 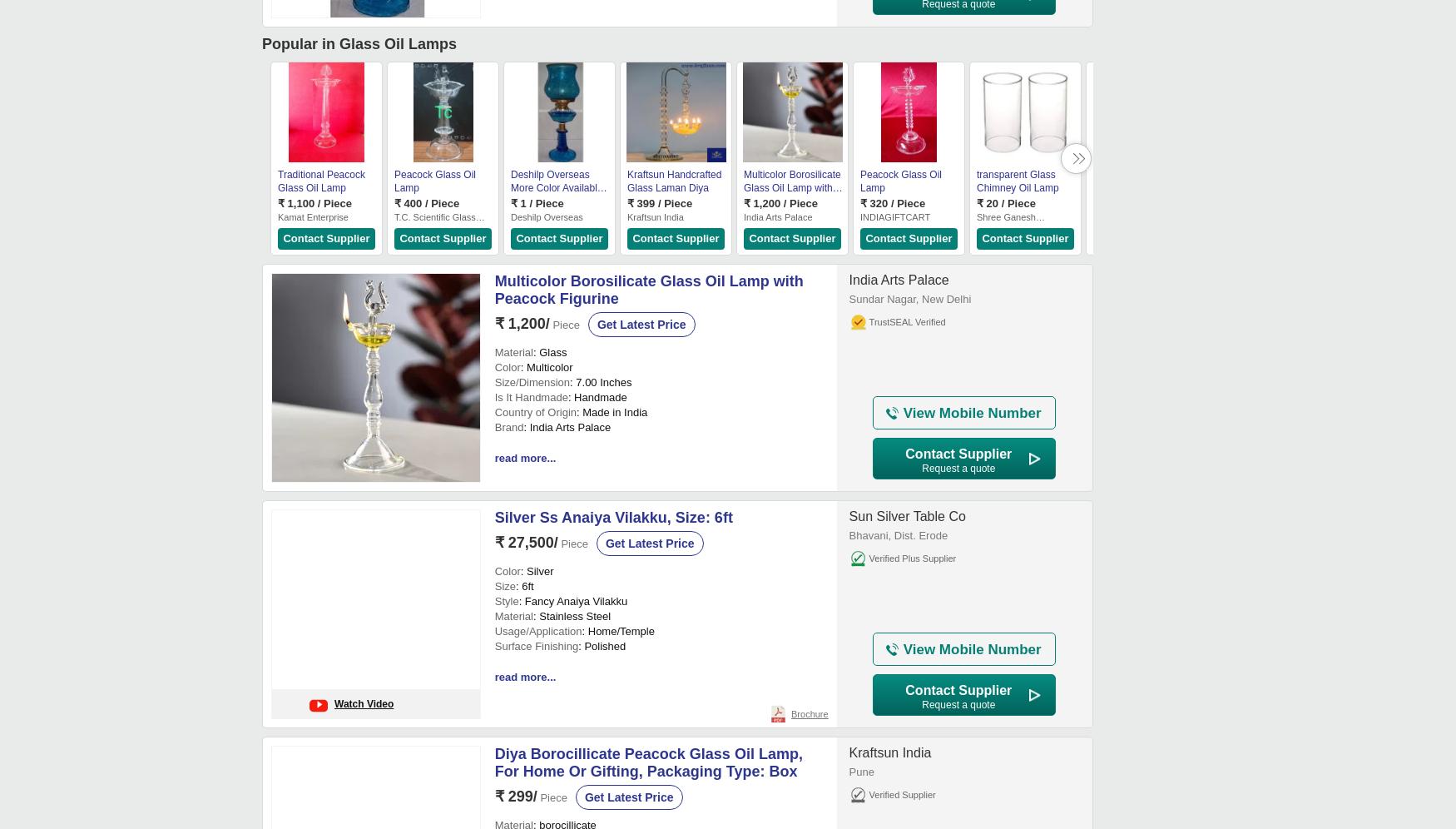 I want to click on ':  Handmade', so click(x=566, y=396).